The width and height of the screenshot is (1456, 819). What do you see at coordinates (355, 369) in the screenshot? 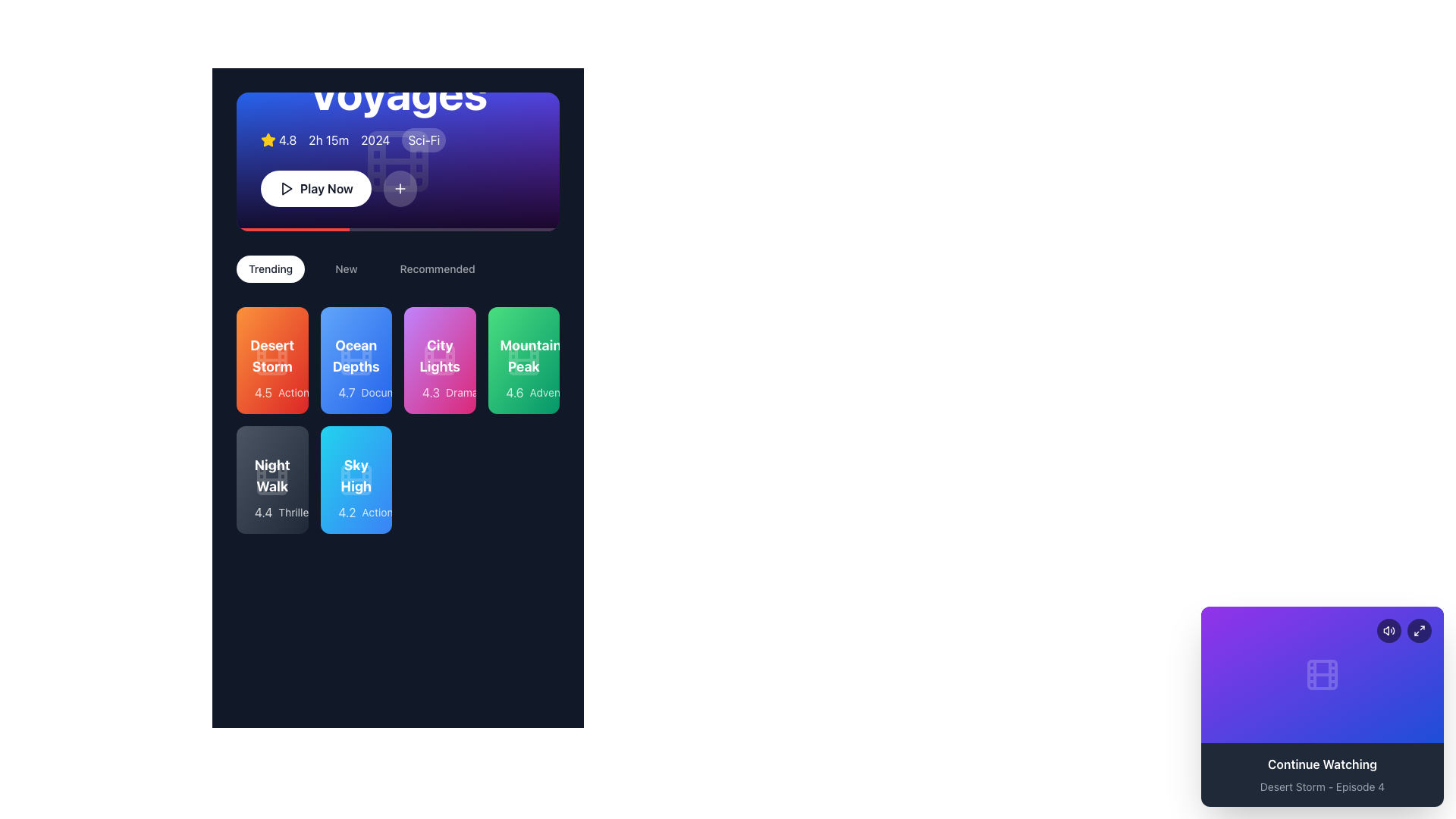
I see `the 'Ocean Depths' documentary card located in the second column of the first row within the Trending section` at bounding box center [355, 369].